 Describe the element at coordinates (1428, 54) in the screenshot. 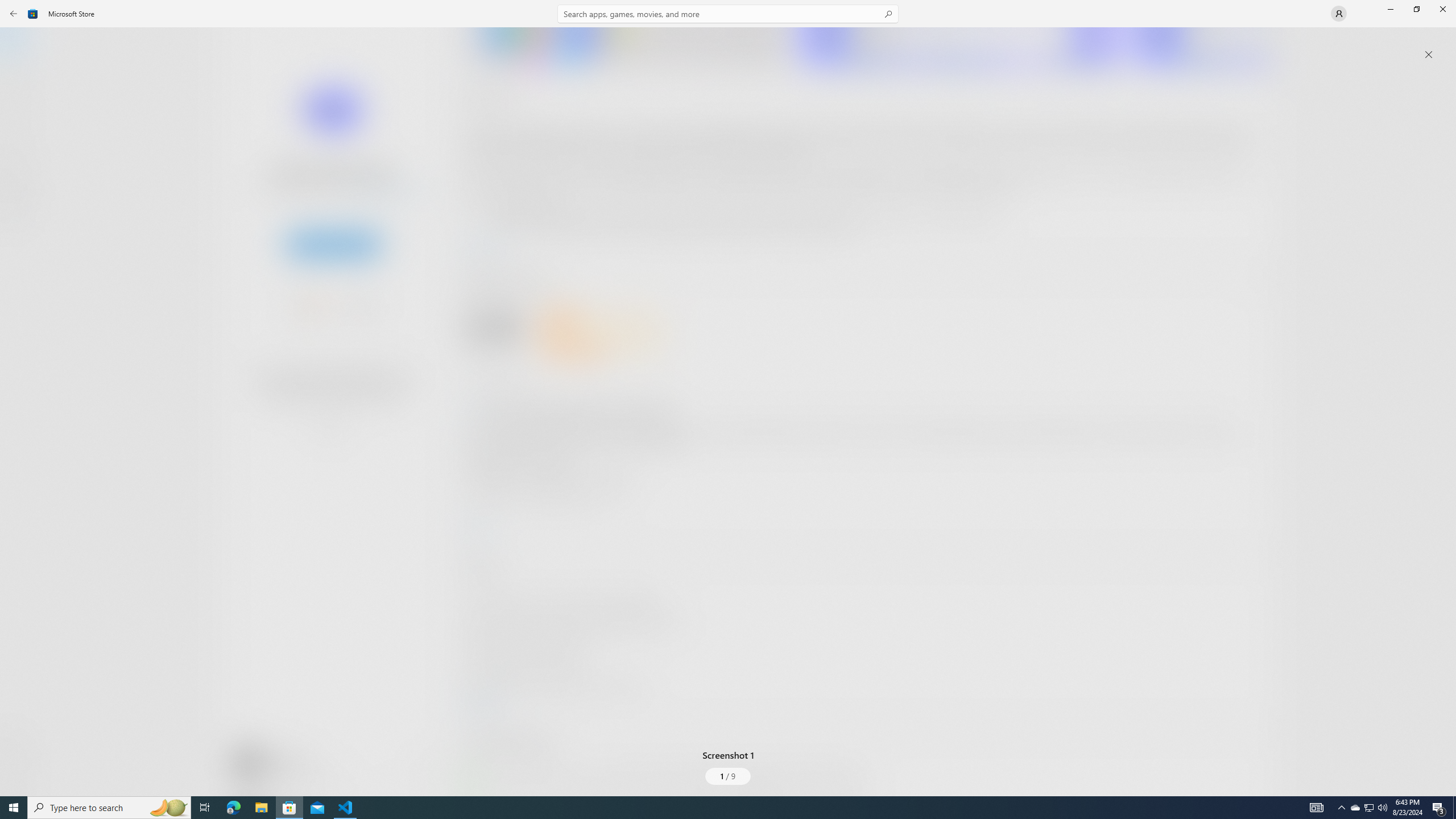

I see `'close popup window'` at that location.